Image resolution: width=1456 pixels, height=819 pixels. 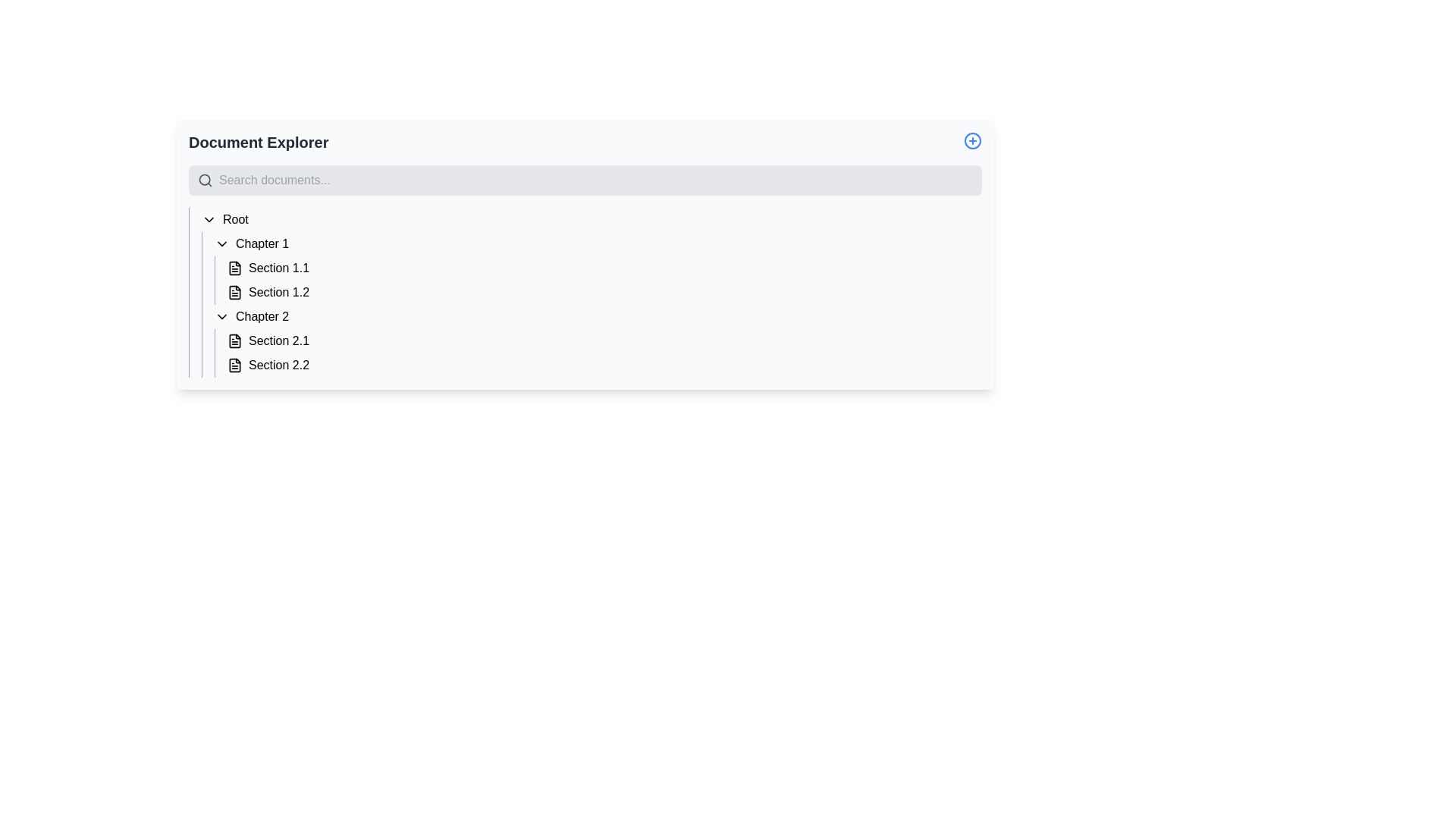 I want to click on the chevron icon located to the left of the 'Chapter 2' text label, so click(x=221, y=315).